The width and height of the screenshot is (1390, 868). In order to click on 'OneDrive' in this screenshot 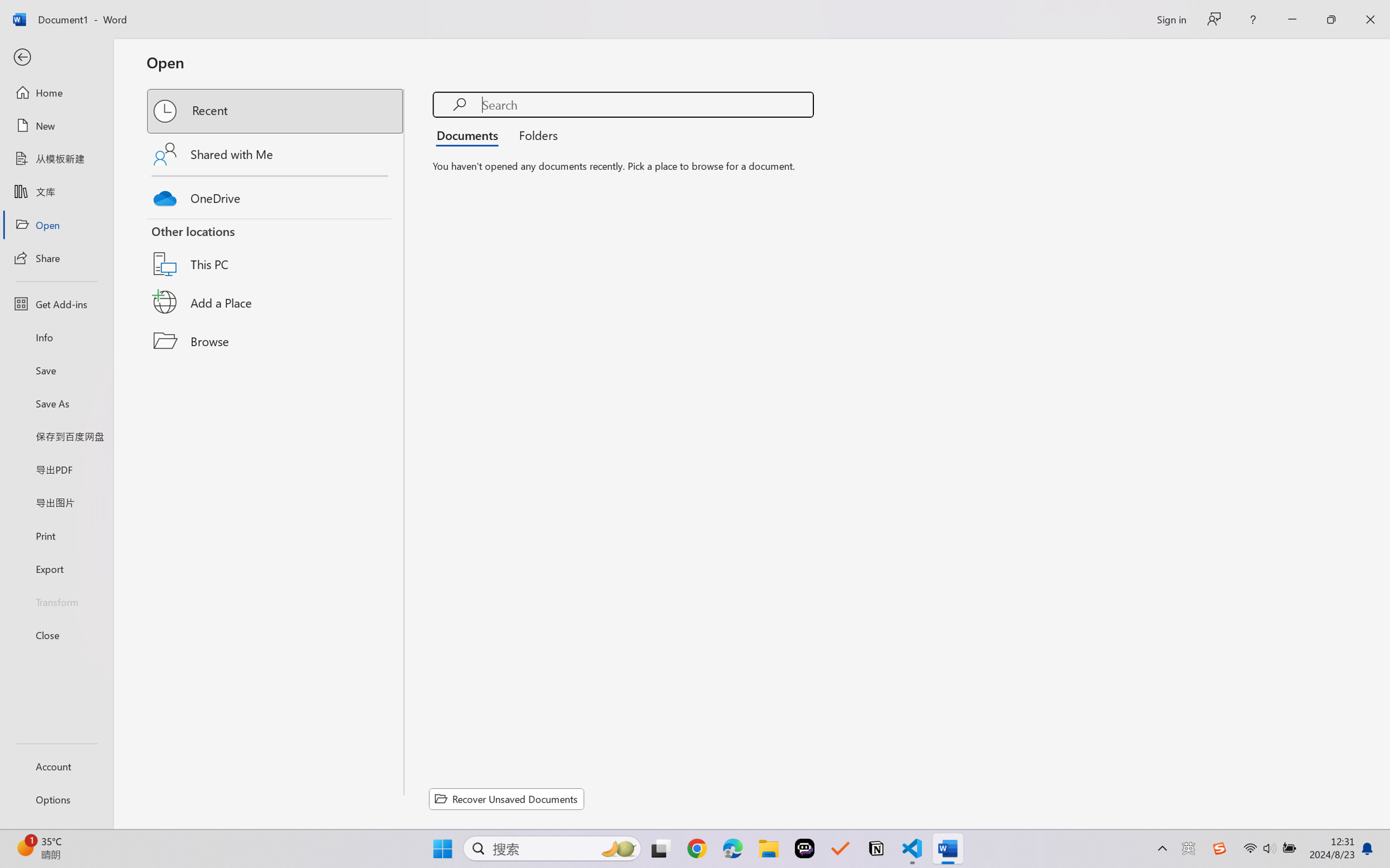, I will do `click(276, 195)`.